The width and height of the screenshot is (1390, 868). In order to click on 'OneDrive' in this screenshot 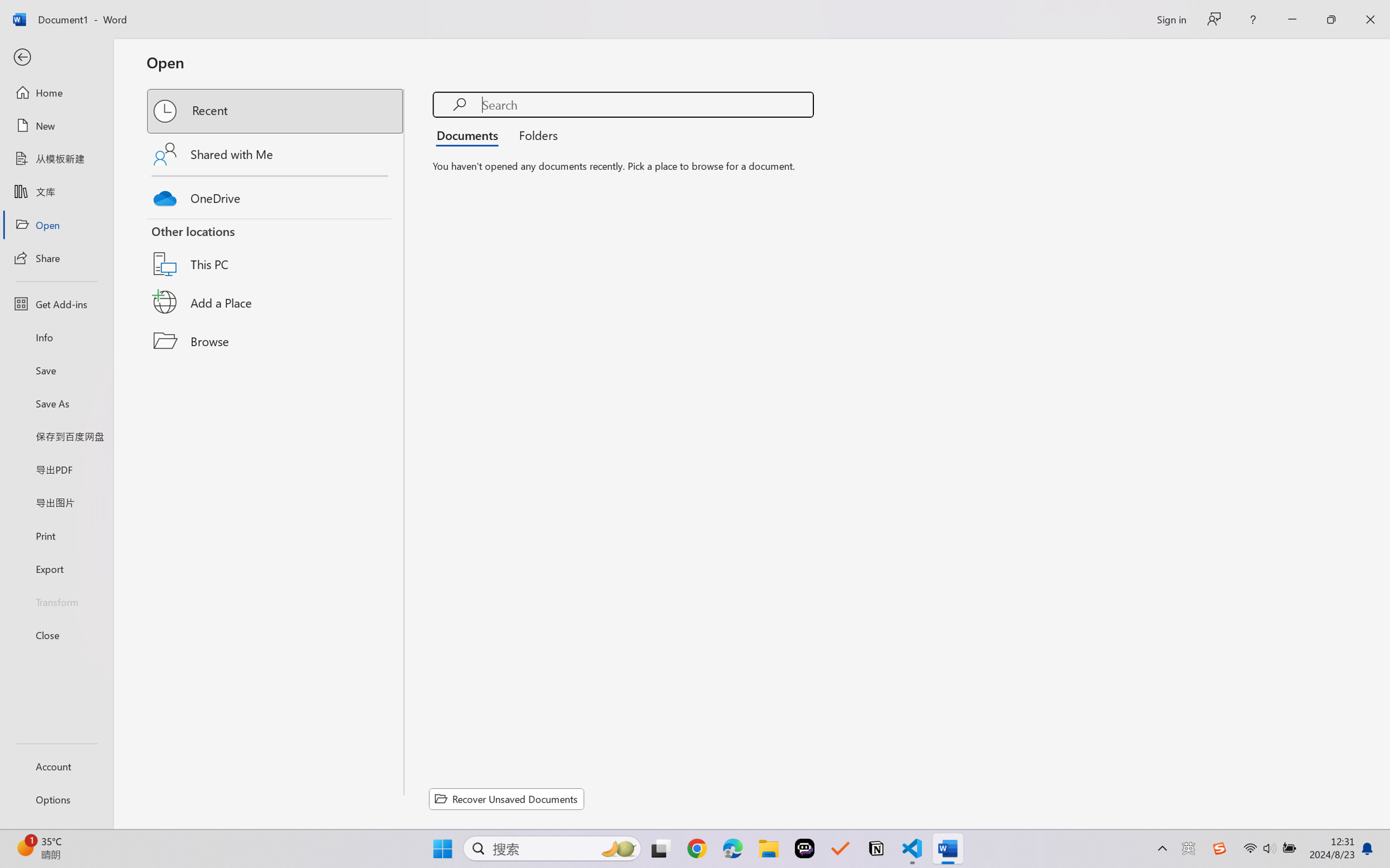, I will do `click(276, 195)`.